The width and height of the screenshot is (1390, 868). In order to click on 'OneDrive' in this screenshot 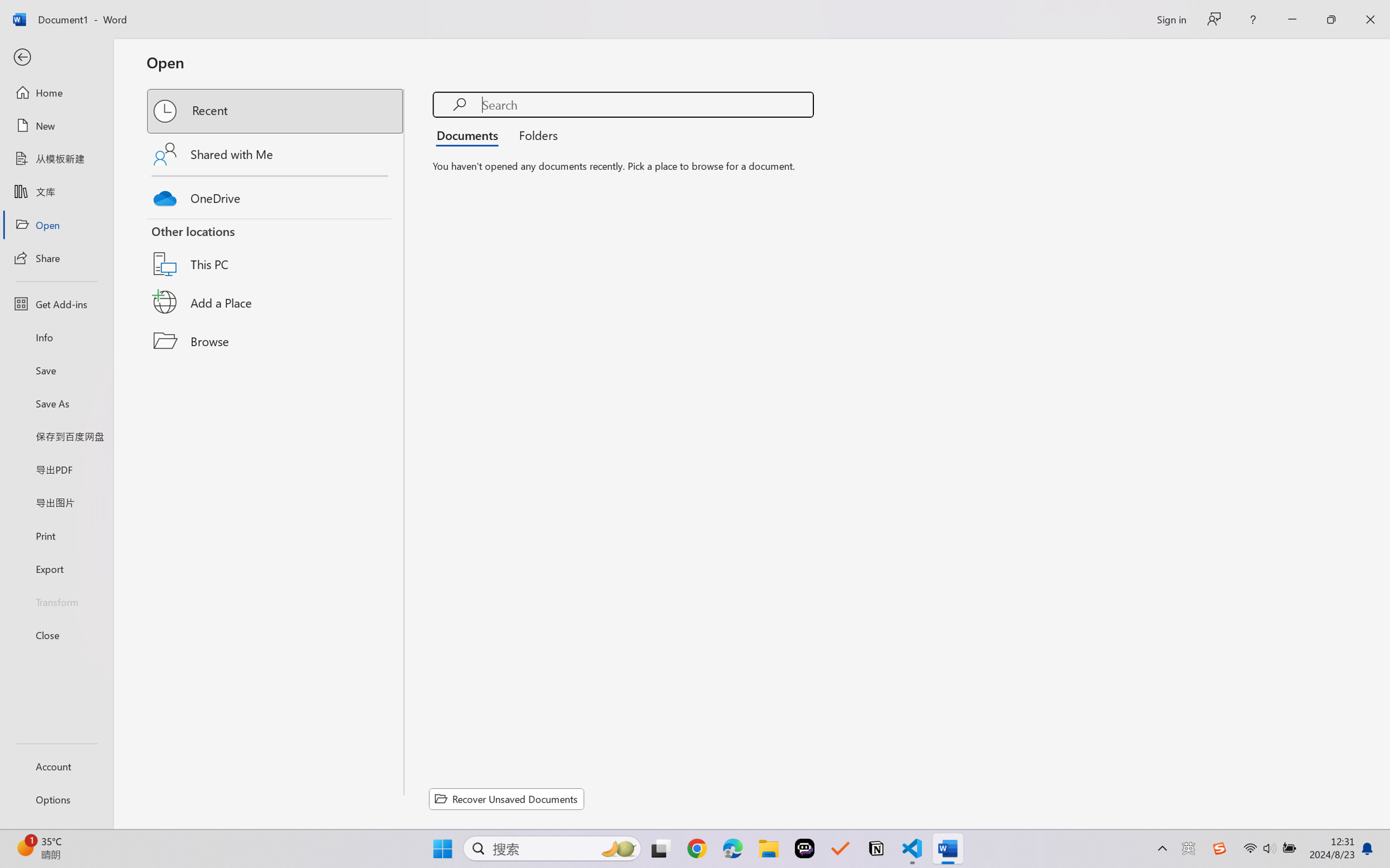, I will do `click(276, 195)`.